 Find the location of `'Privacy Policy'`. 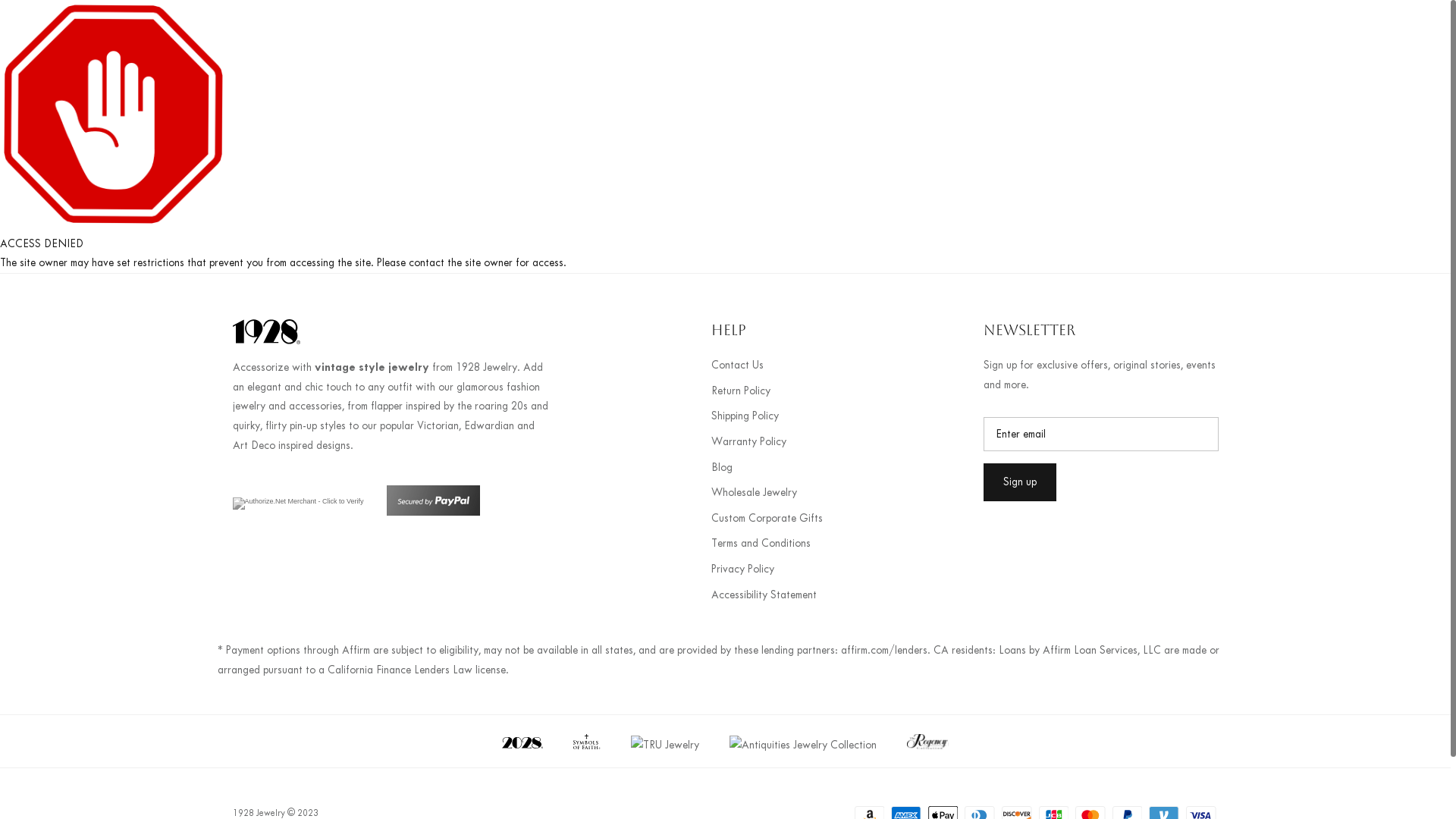

'Privacy Policy' is located at coordinates (742, 569).